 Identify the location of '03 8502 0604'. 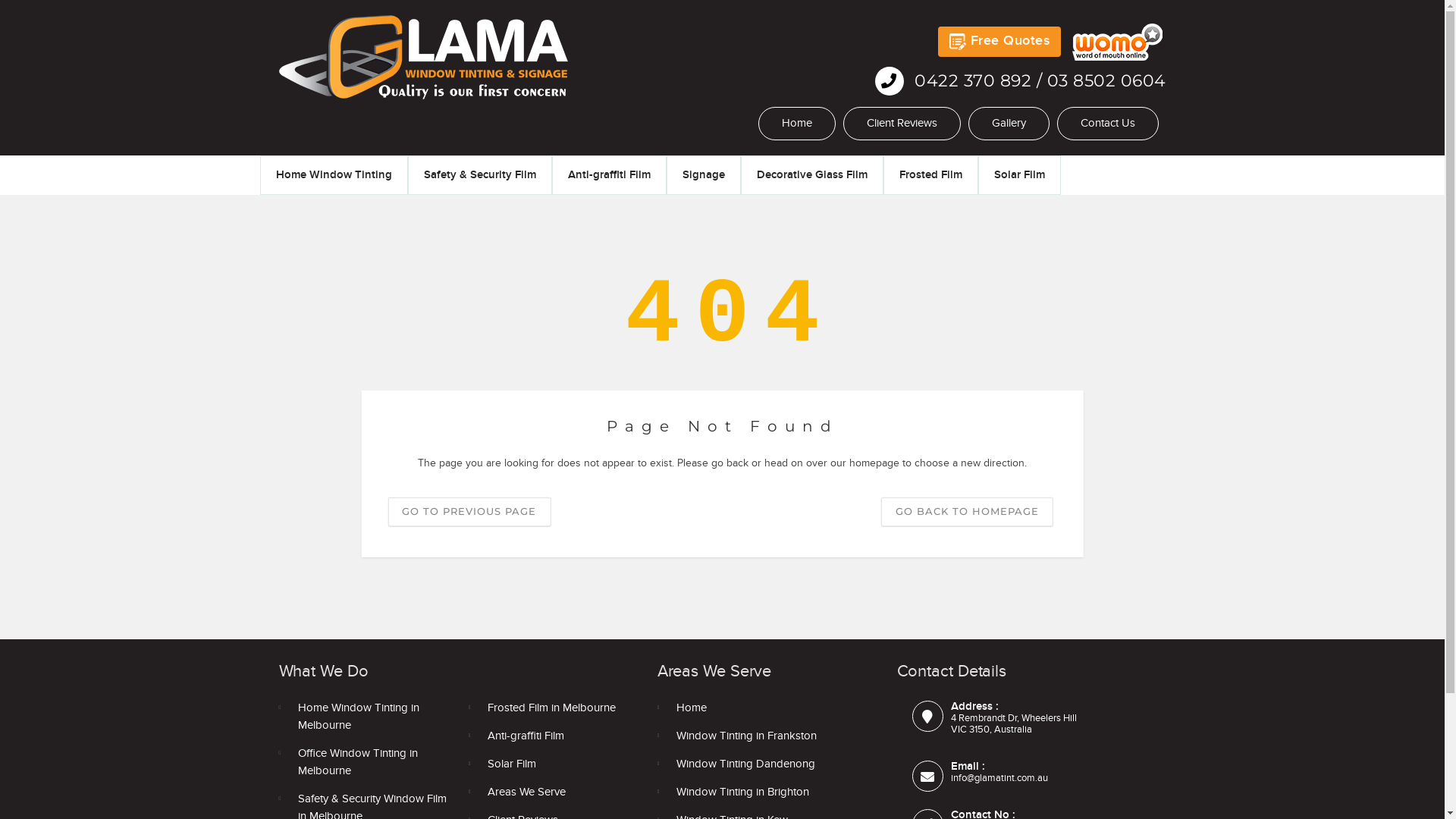
(1106, 80).